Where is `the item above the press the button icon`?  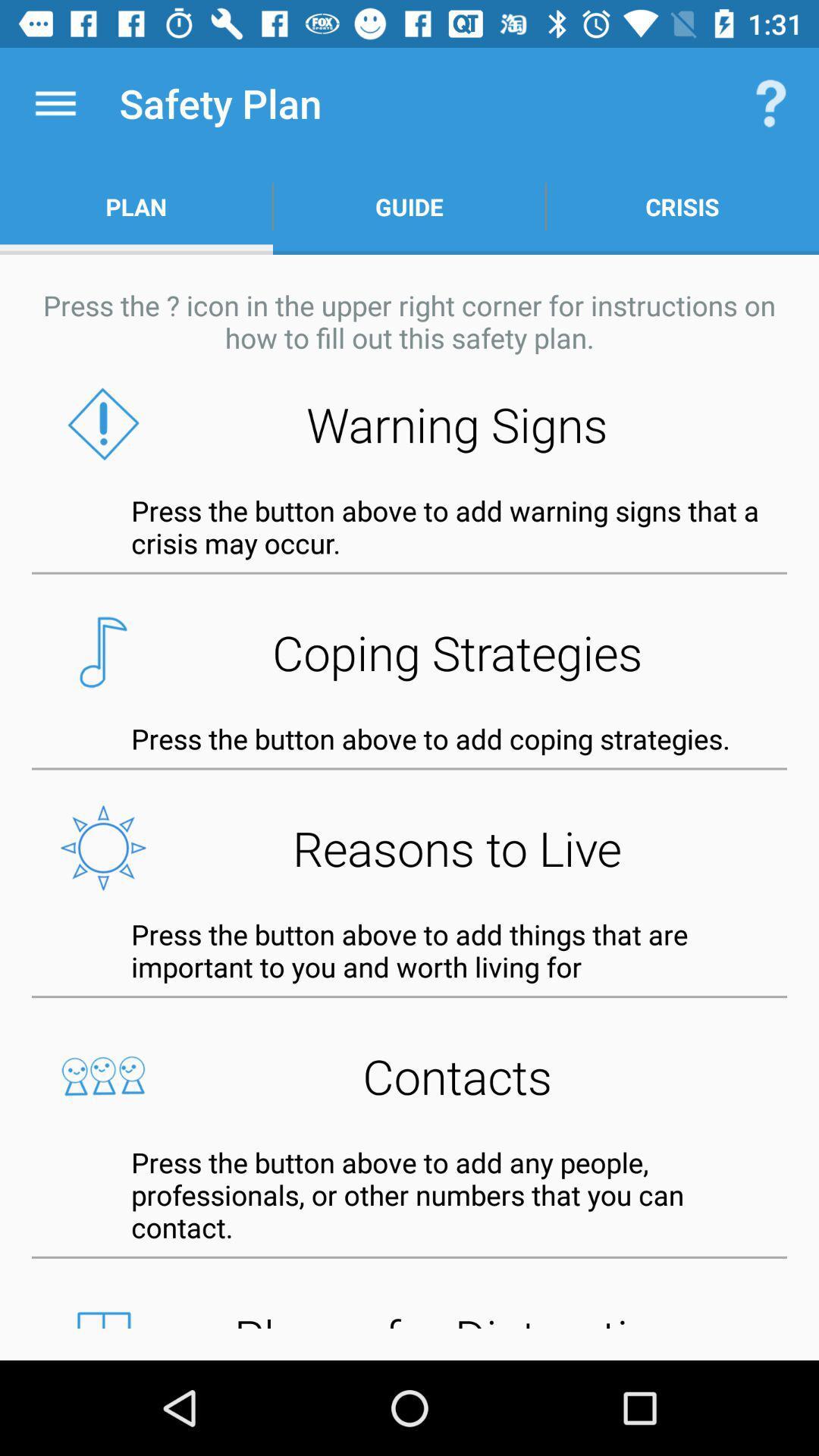
the item above the press the button icon is located at coordinates (409, 847).